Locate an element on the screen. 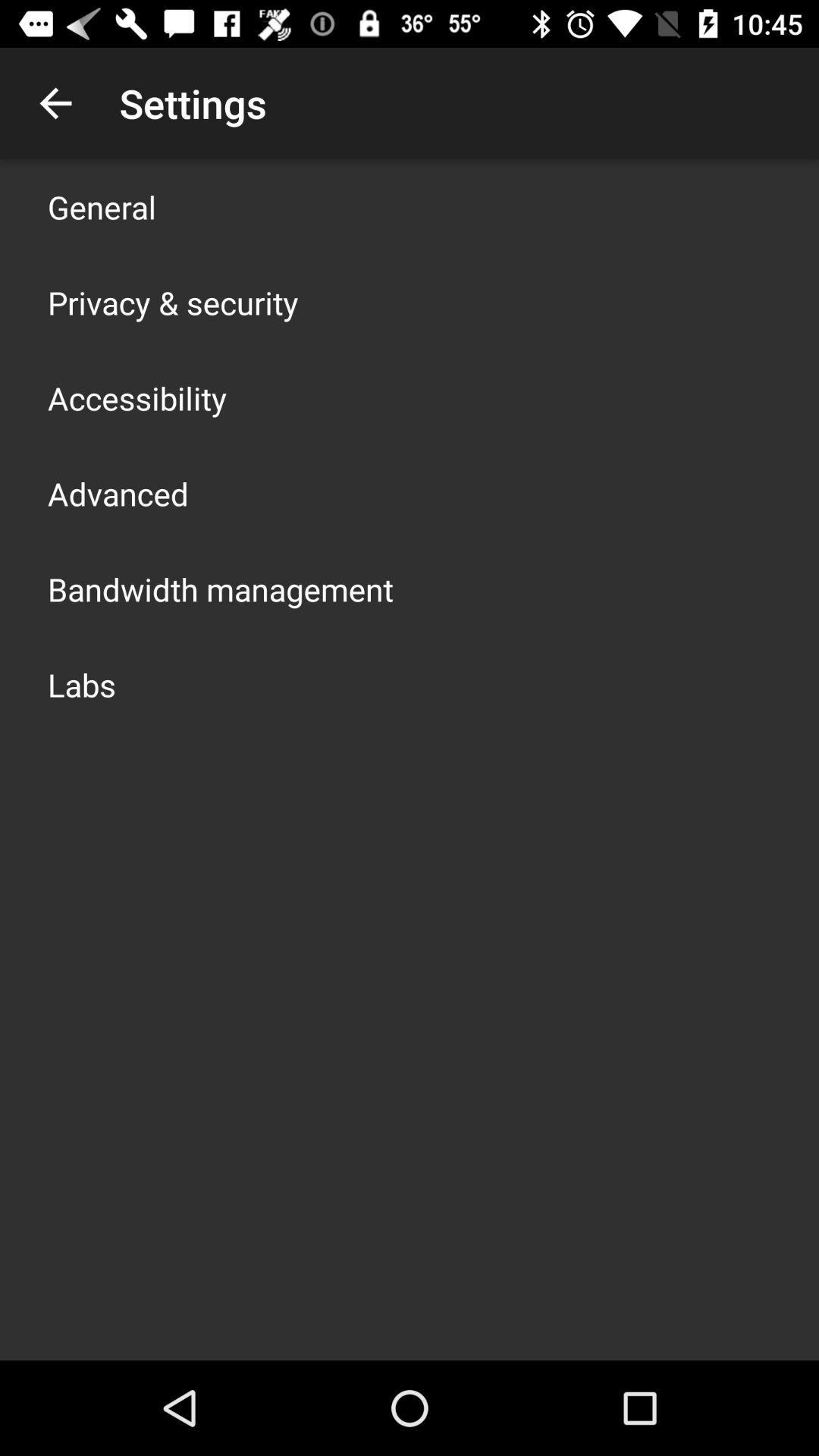  item above the accessibility is located at coordinates (172, 302).